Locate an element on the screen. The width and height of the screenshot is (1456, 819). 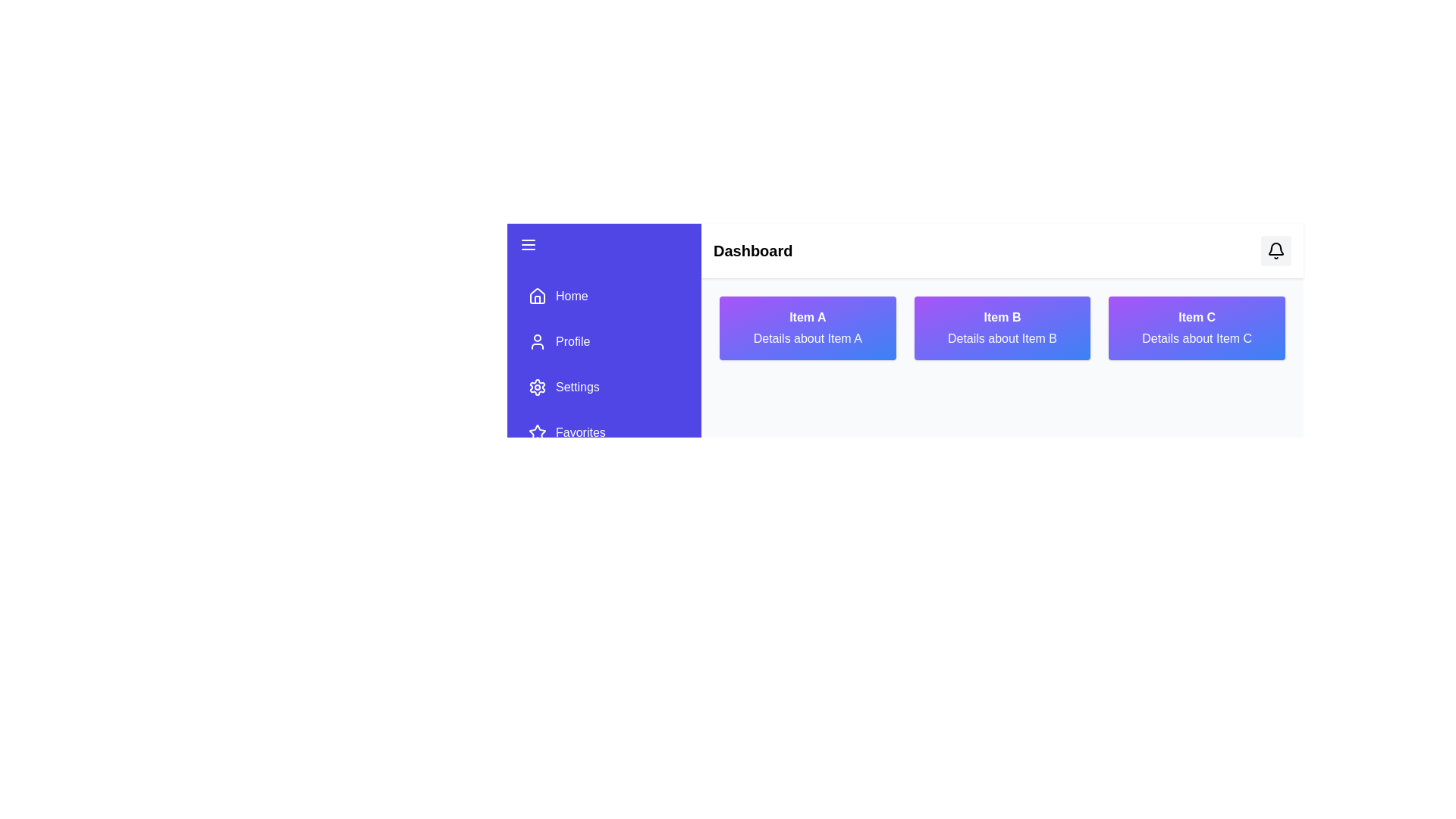
the third item in the vertical sidebar menu is located at coordinates (603, 386).